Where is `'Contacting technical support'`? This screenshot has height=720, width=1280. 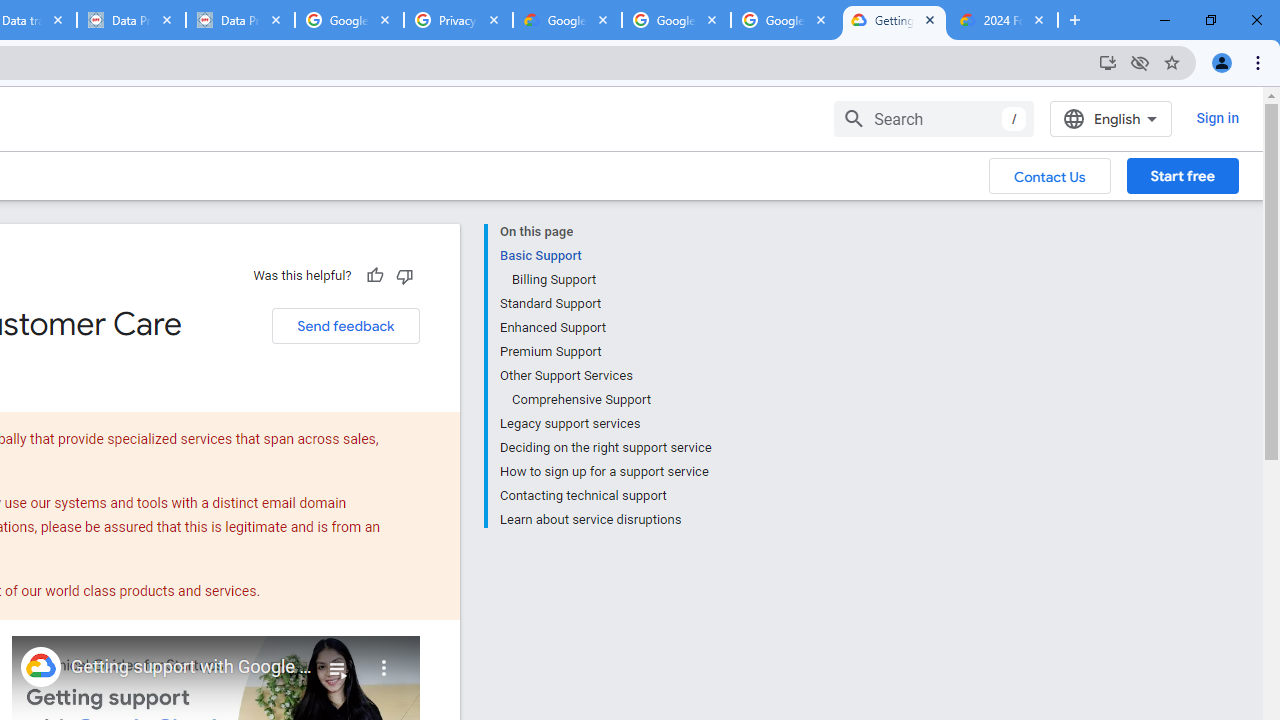
'Contacting technical support' is located at coordinates (604, 495).